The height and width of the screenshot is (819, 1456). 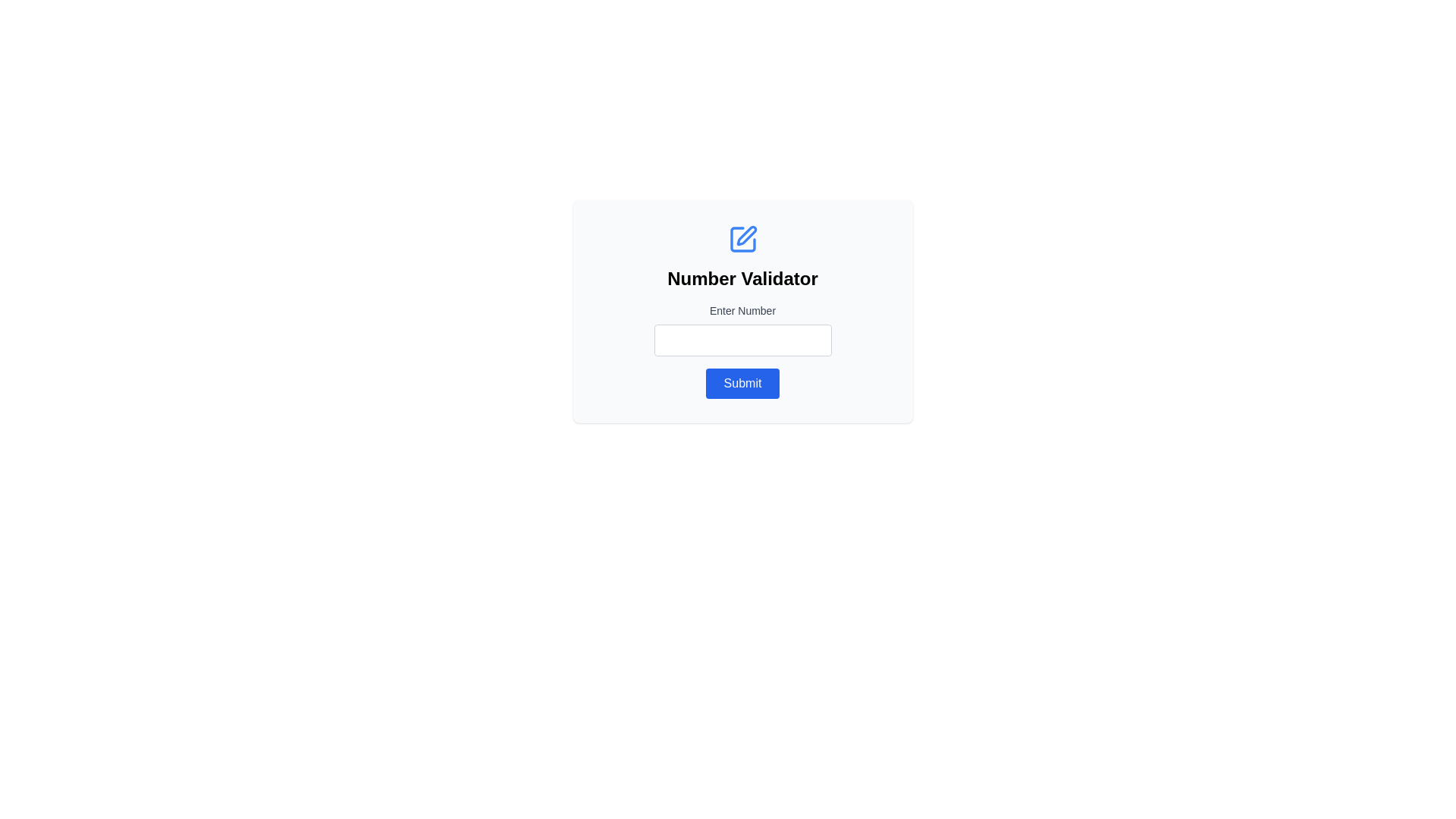 What do you see at coordinates (742, 278) in the screenshot?
I see `the prominent header labeled 'Number Validator' which is a text label (heading) element, centrally aligned beneath a pen icon for context or navigation` at bounding box center [742, 278].